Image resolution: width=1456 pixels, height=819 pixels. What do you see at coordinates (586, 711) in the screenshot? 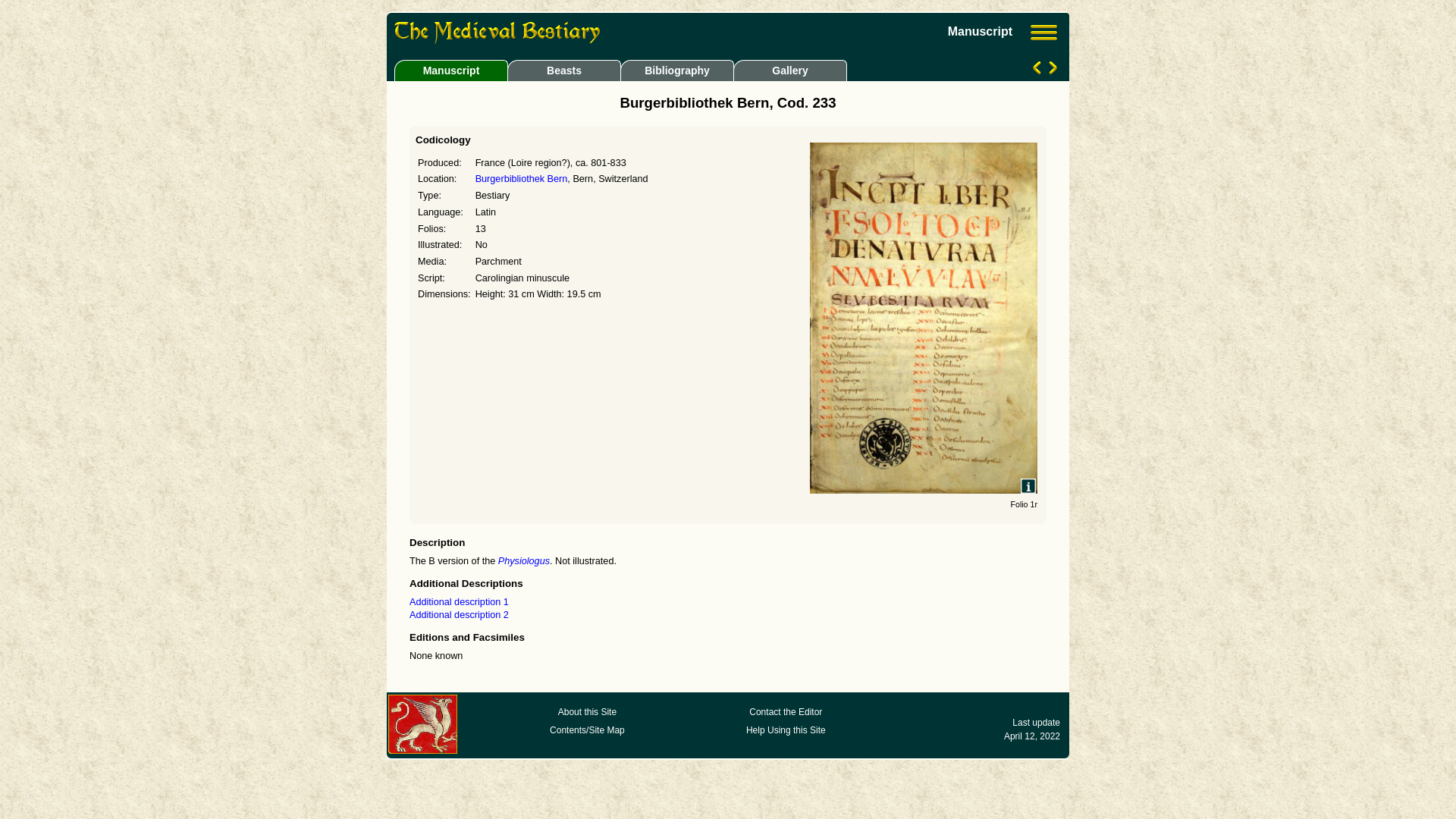
I see `'About this Site'` at bounding box center [586, 711].